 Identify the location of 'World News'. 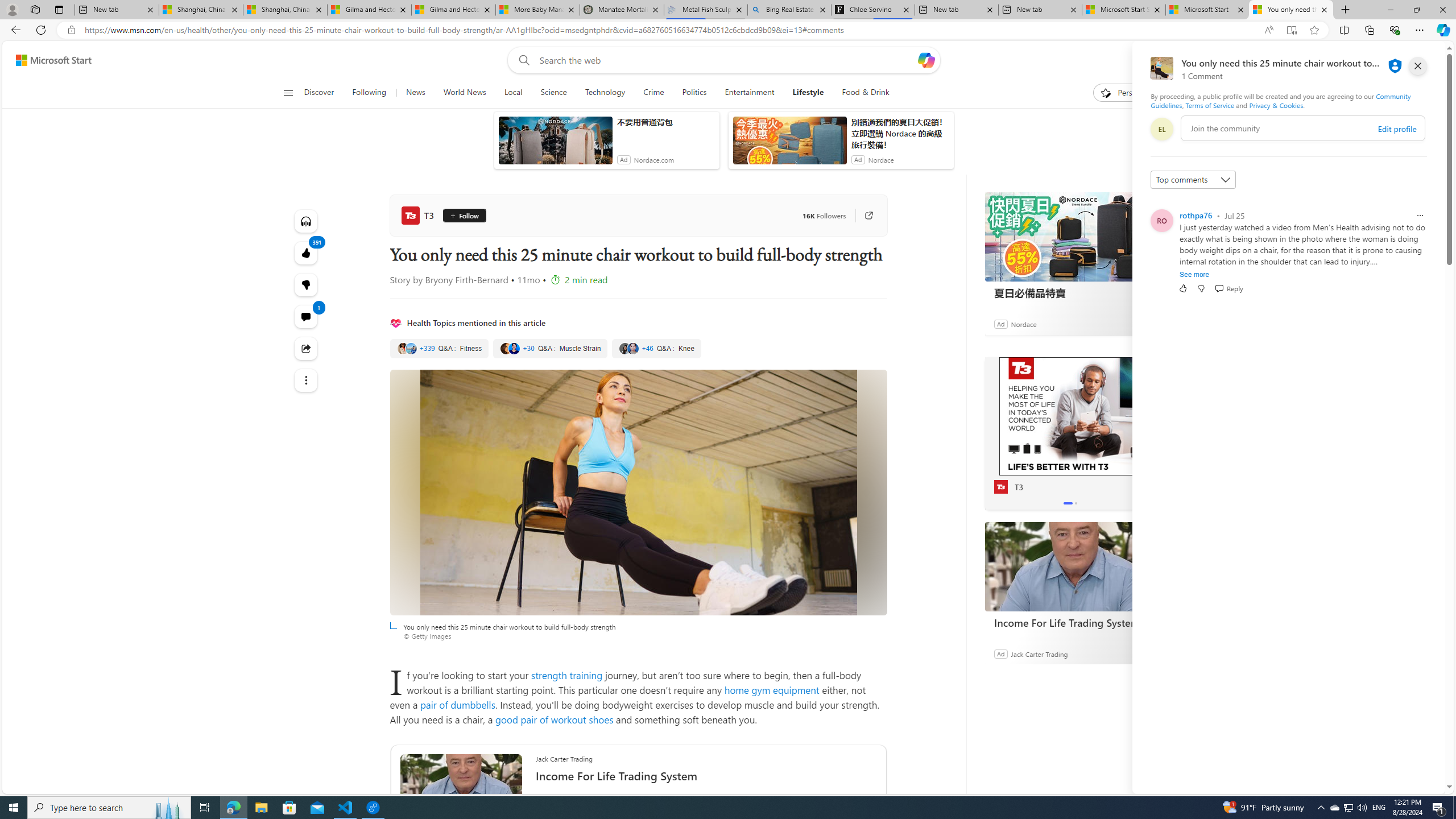
(464, 92).